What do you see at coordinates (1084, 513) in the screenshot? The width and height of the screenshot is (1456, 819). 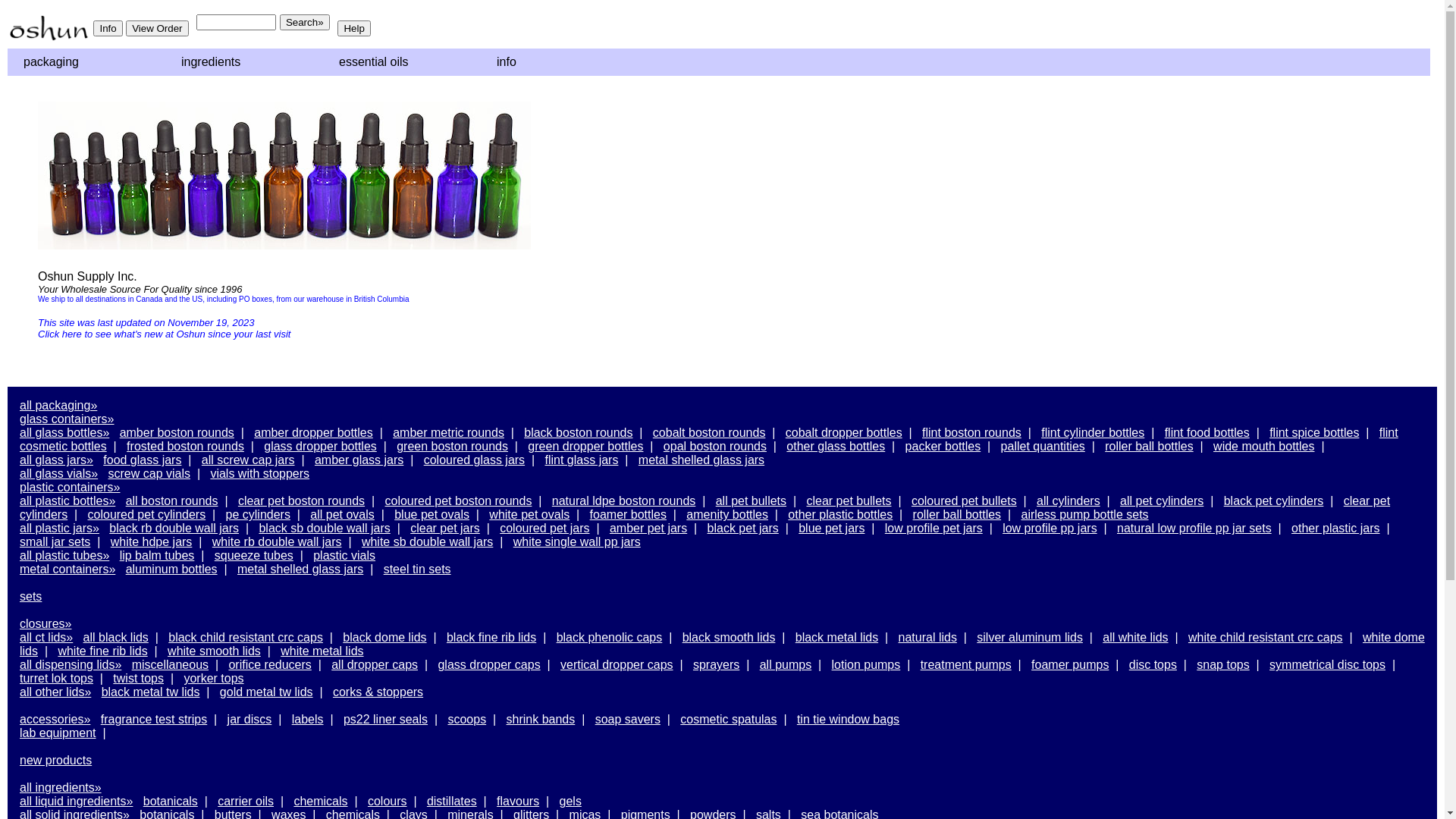 I see `'airless pump bottle sets'` at bounding box center [1084, 513].